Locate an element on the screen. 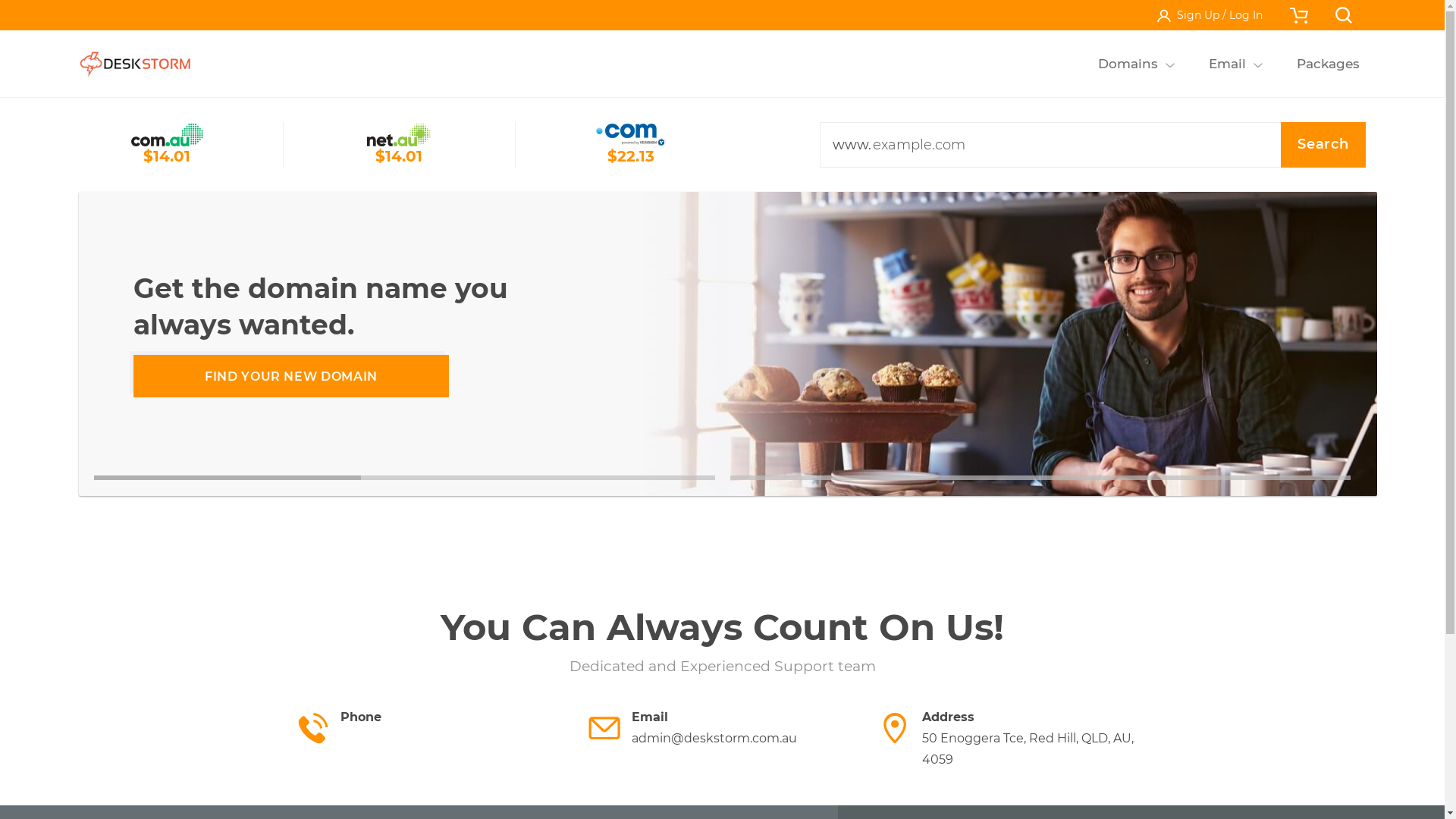 The image size is (1456, 819). 'Packages' is located at coordinates (1327, 63).